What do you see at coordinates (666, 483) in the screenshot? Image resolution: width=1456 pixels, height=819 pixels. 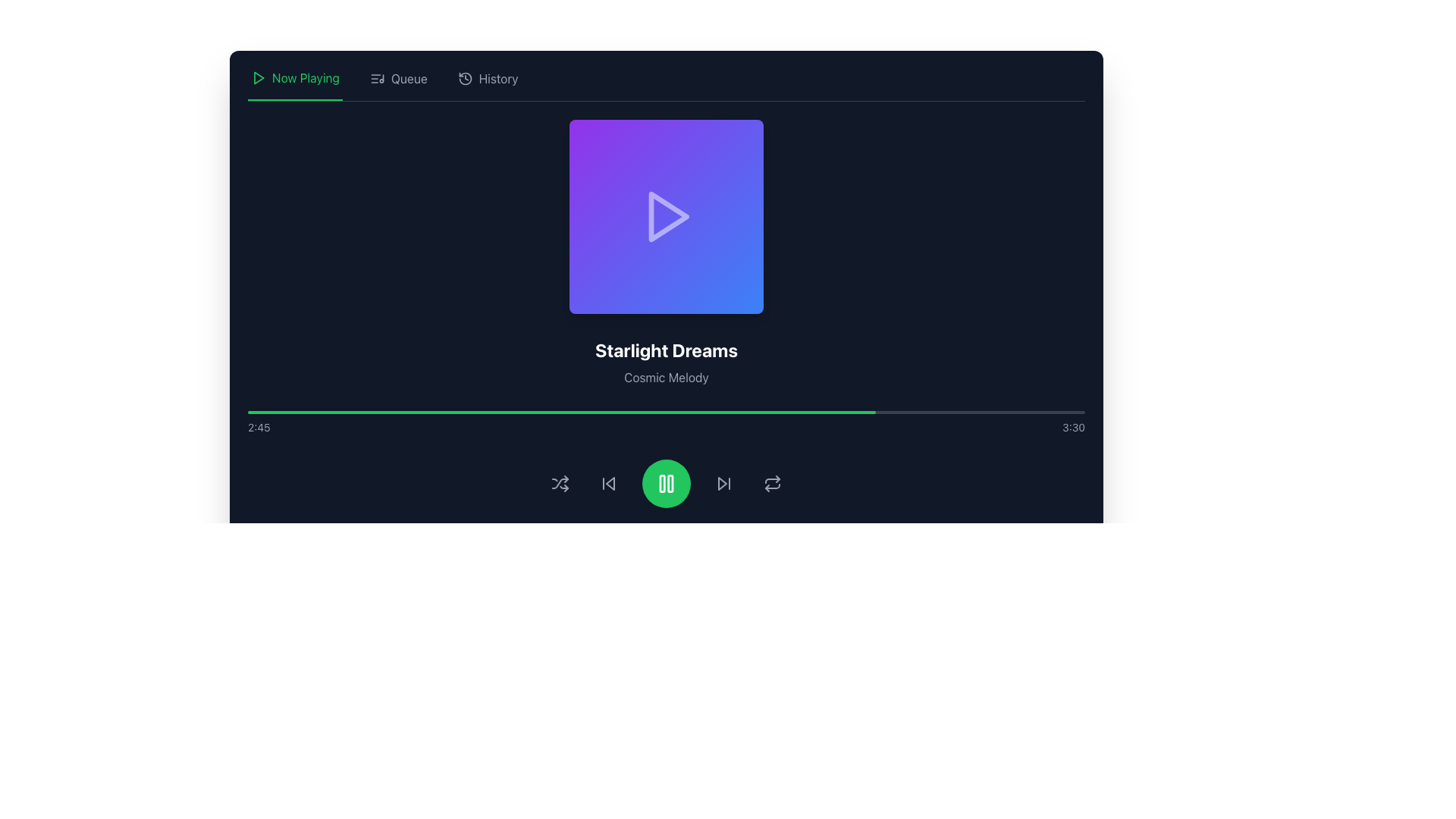 I see `the circular green button located at the bottom of the interface` at bounding box center [666, 483].